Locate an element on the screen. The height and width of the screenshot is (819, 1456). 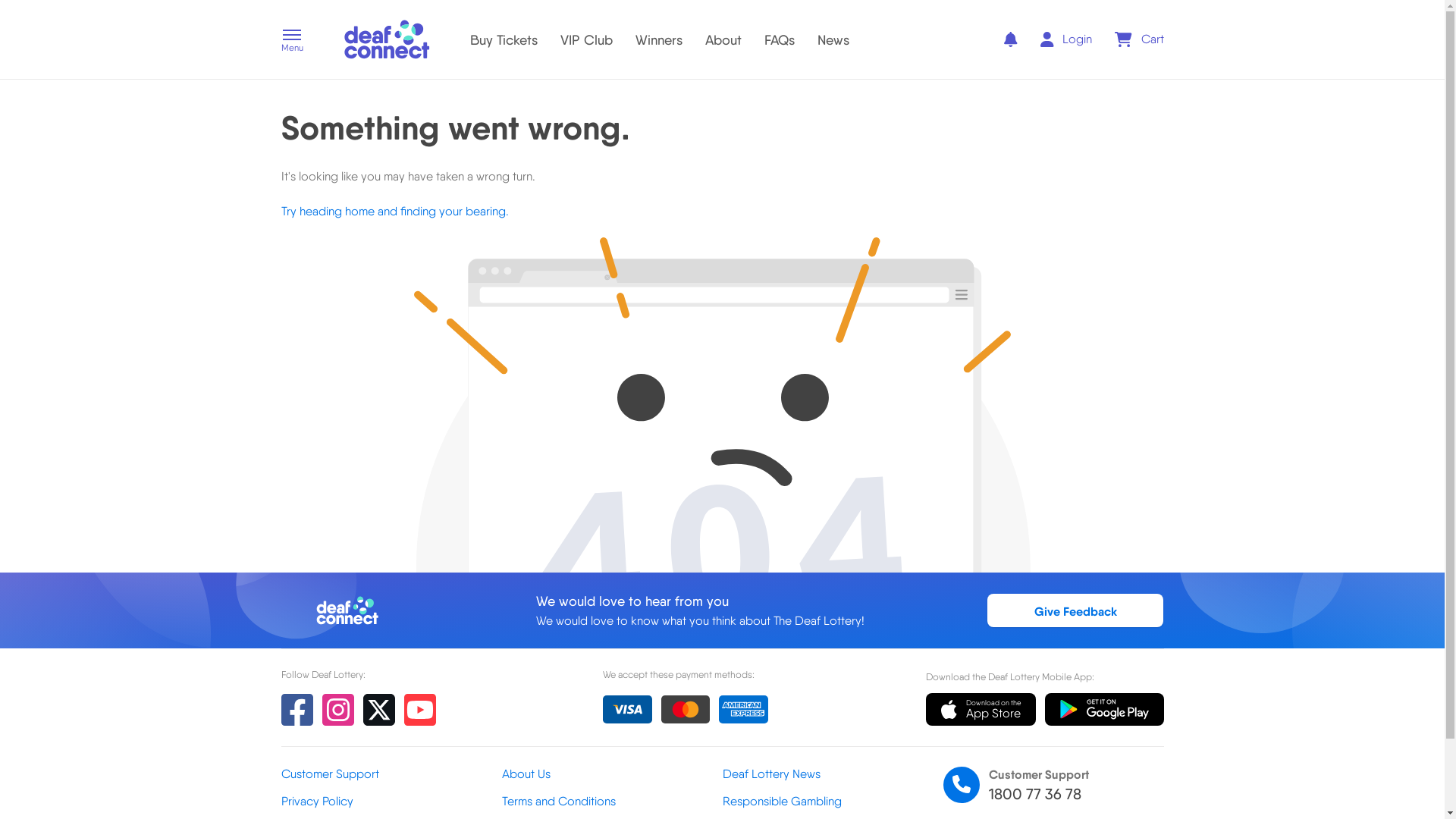
'Responsible Gambling' is located at coordinates (831, 800).